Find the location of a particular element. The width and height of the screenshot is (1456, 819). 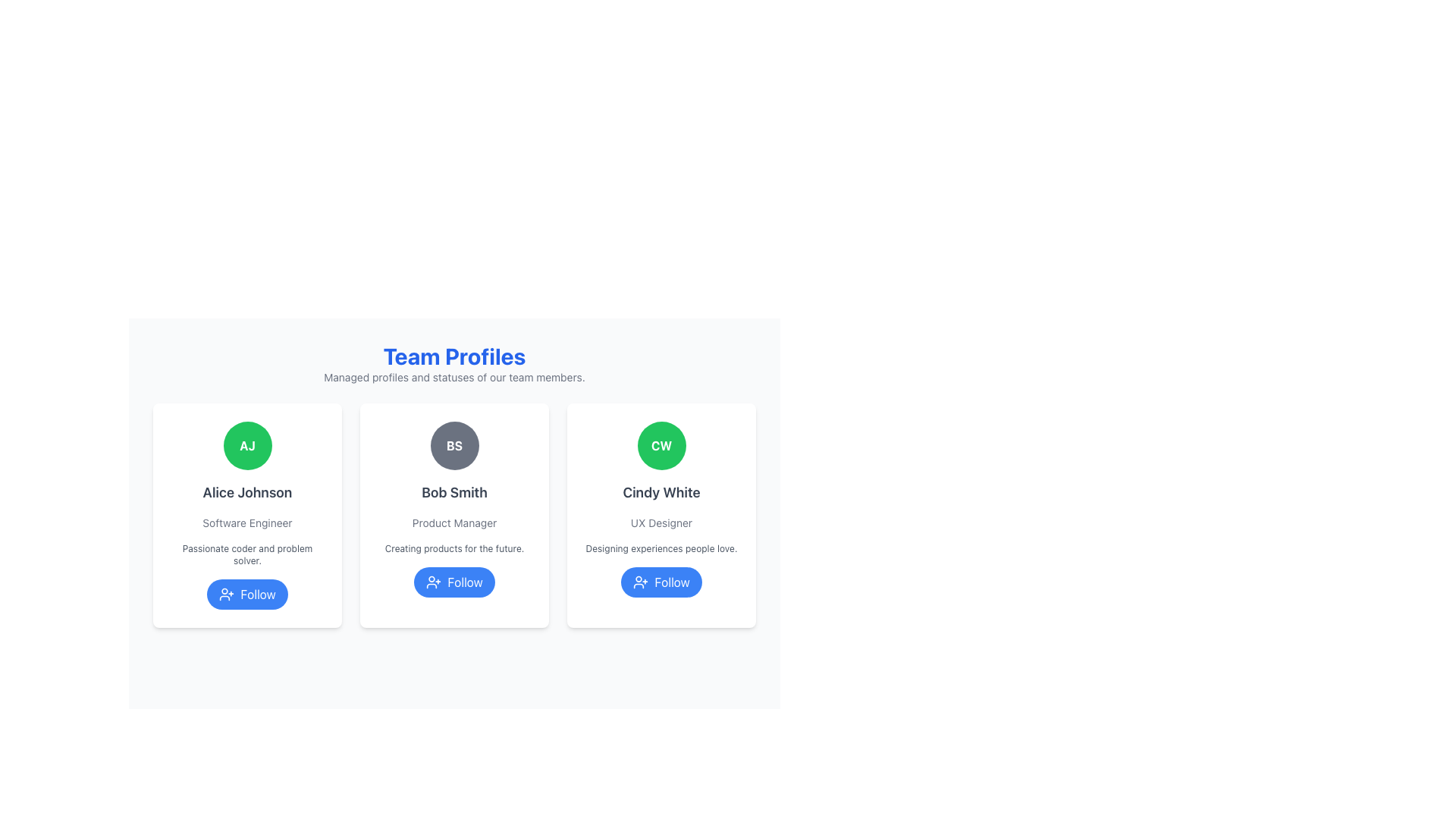

the profile card representing user 'Bob Smith', which includes a 'Follow' button at the bottom of the card is located at coordinates (453, 514).